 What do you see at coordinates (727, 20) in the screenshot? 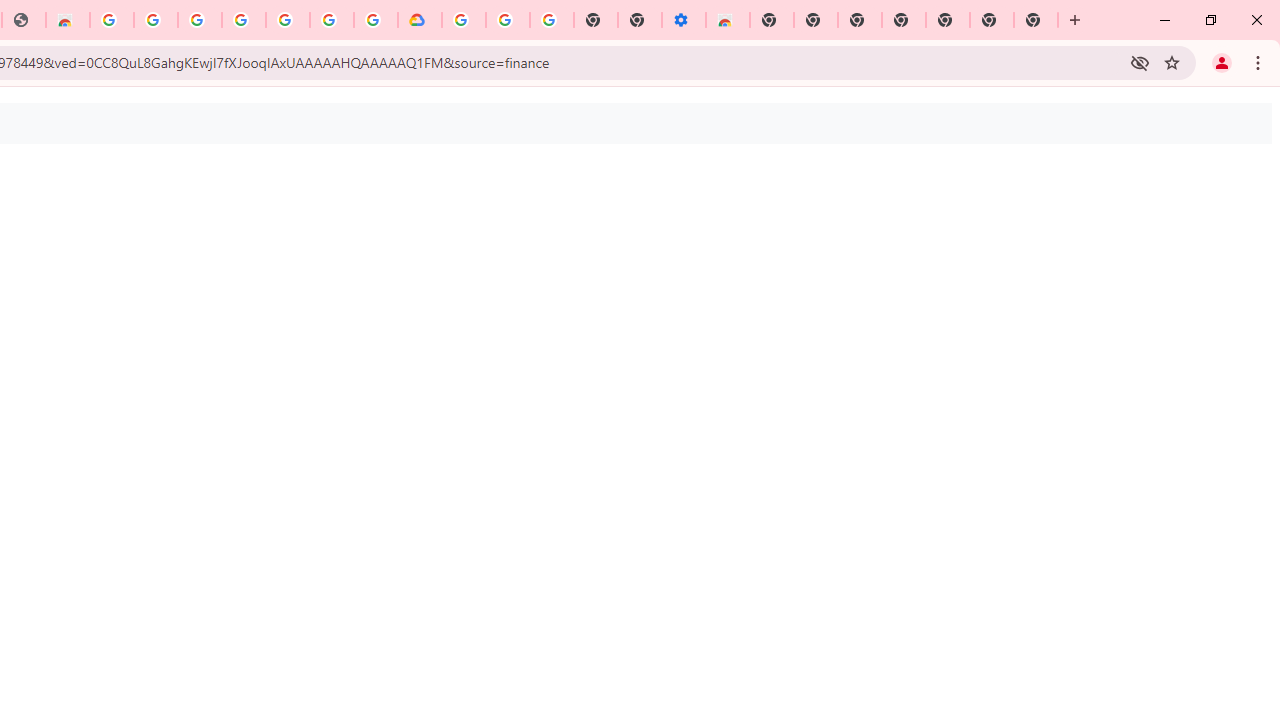
I see `'Chrome Web Store - Accessibility extensions'` at bounding box center [727, 20].